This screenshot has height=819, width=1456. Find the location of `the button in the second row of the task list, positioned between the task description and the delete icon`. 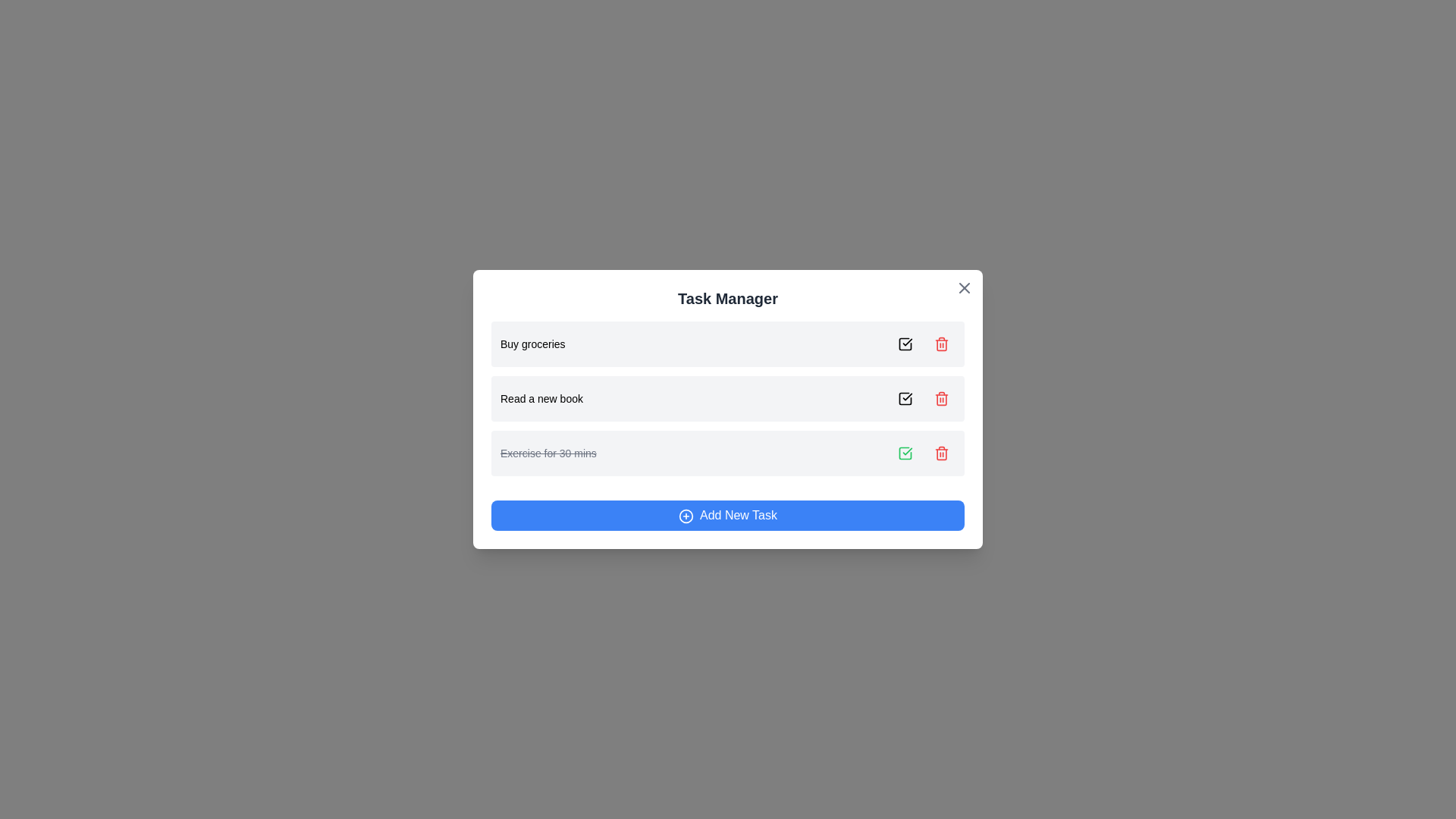

the button in the second row of the task list, positioned between the task description and the delete icon is located at coordinates (905, 397).